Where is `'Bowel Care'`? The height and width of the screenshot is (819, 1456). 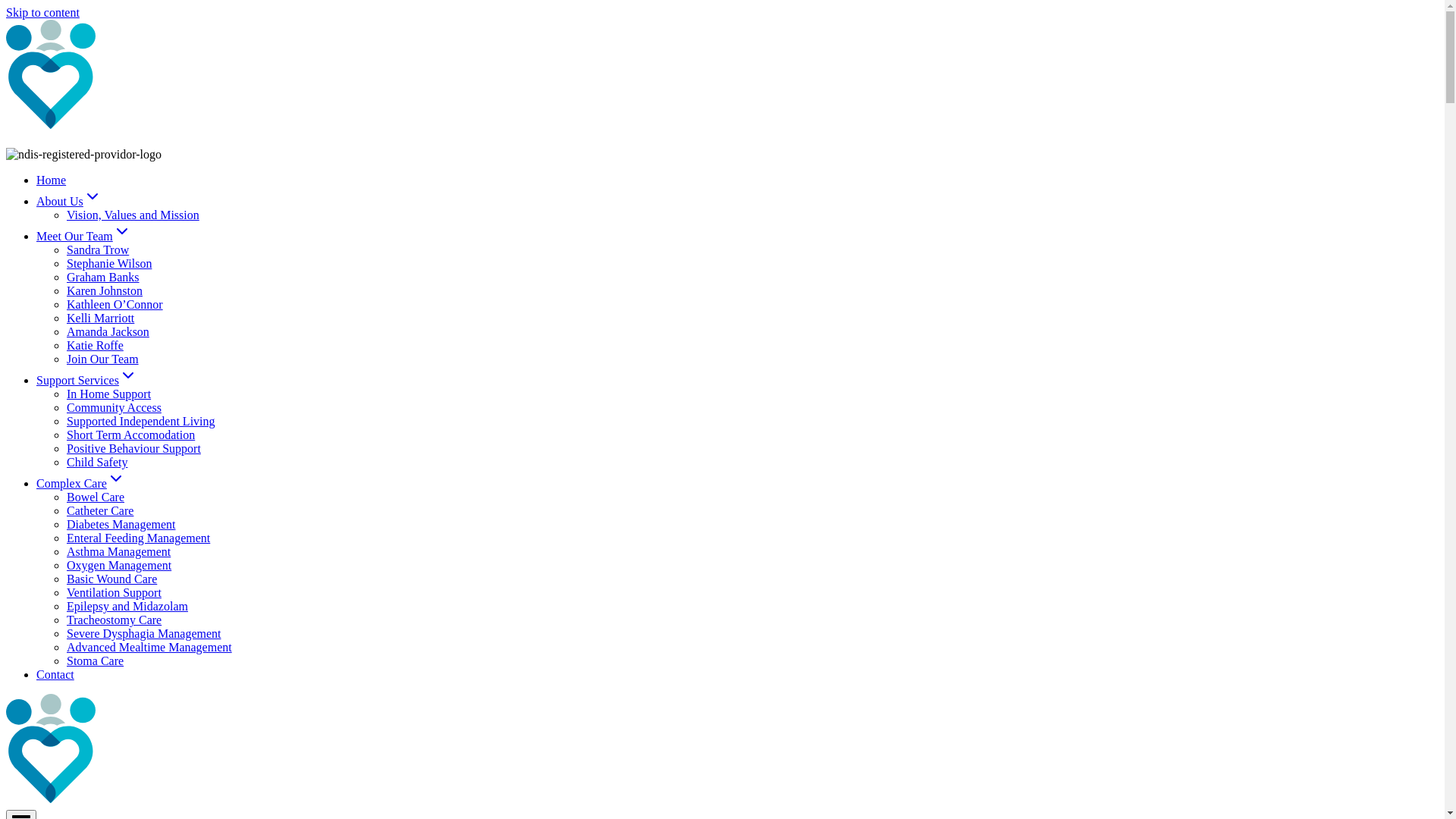 'Bowel Care' is located at coordinates (94, 497).